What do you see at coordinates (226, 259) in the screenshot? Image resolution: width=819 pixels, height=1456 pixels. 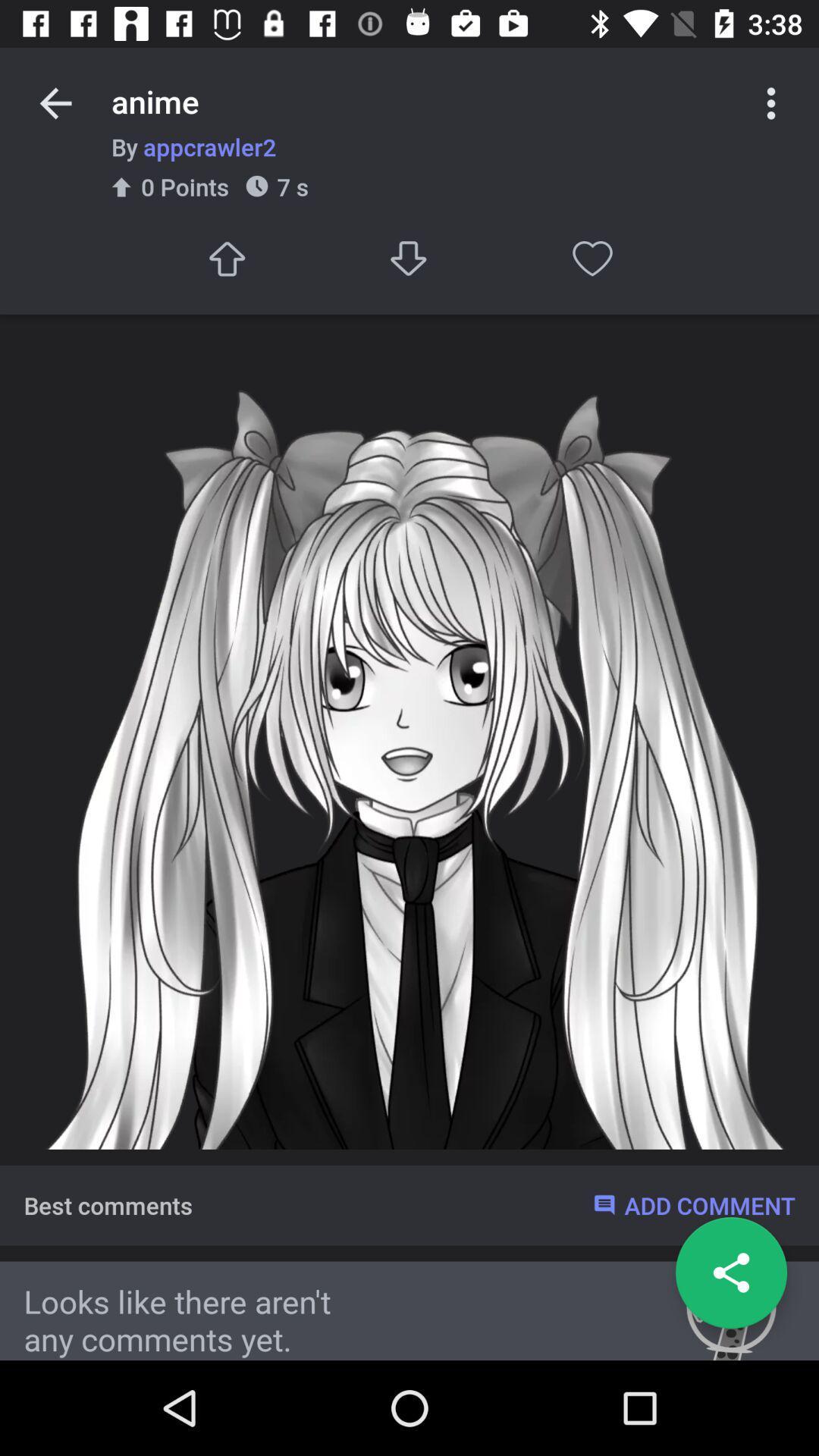 I see `send` at bounding box center [226, 259].